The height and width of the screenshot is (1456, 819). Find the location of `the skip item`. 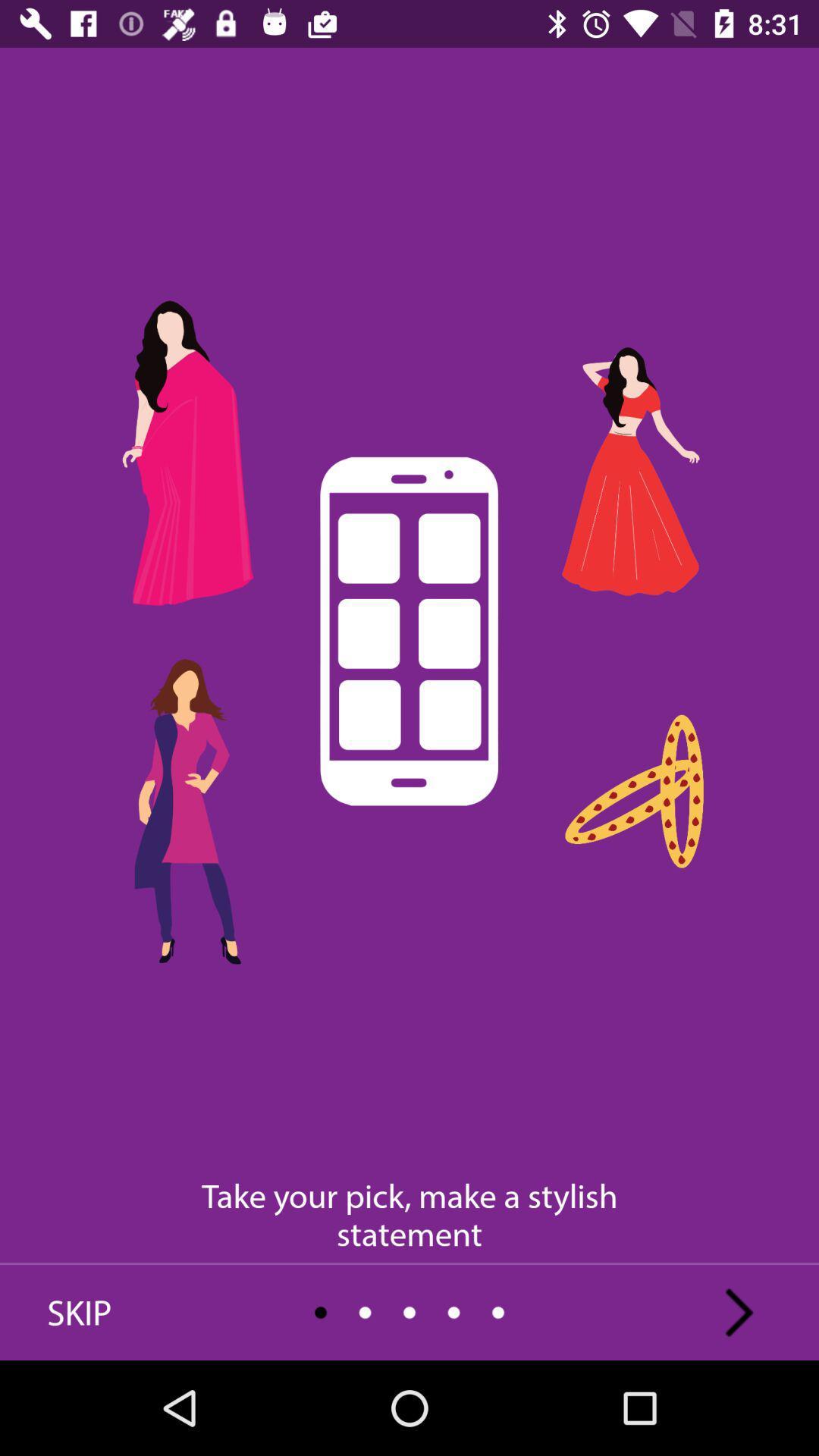

the skip item is located at coordinates (79, 1312).